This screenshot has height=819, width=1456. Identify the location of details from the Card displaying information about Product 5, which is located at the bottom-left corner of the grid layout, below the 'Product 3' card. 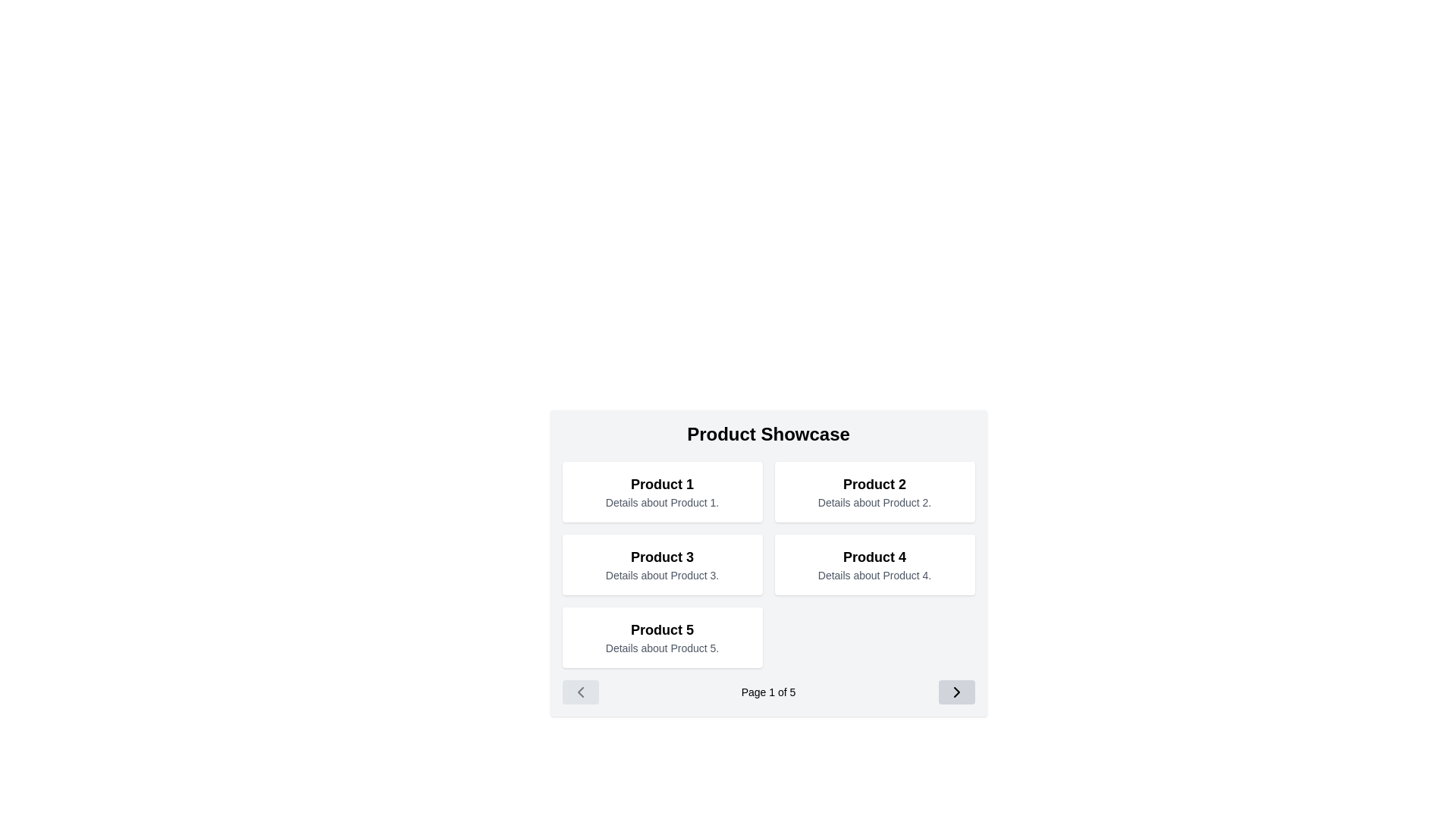
(662, 637).